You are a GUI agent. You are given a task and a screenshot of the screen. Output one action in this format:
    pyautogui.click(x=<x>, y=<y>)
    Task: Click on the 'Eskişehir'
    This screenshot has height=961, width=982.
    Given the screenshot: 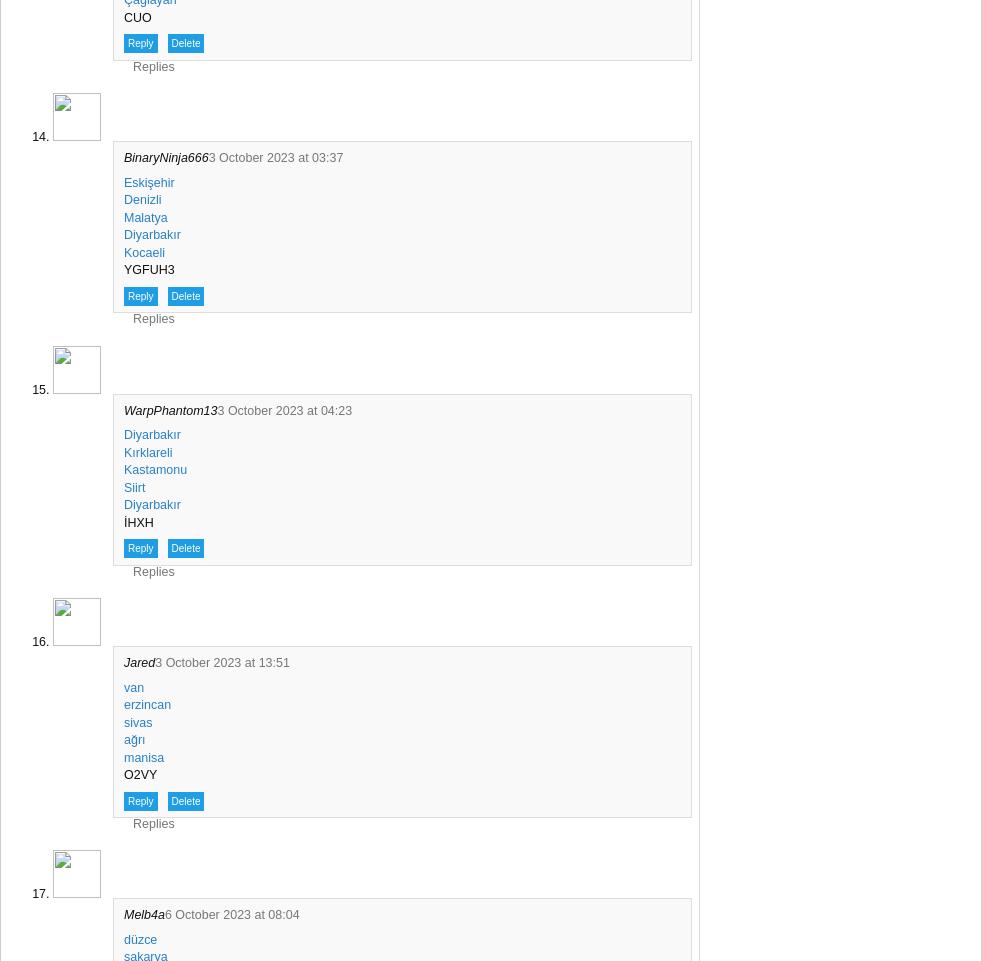 What is the action you would take?
    pyautogui.click(x=147, y=182)
    